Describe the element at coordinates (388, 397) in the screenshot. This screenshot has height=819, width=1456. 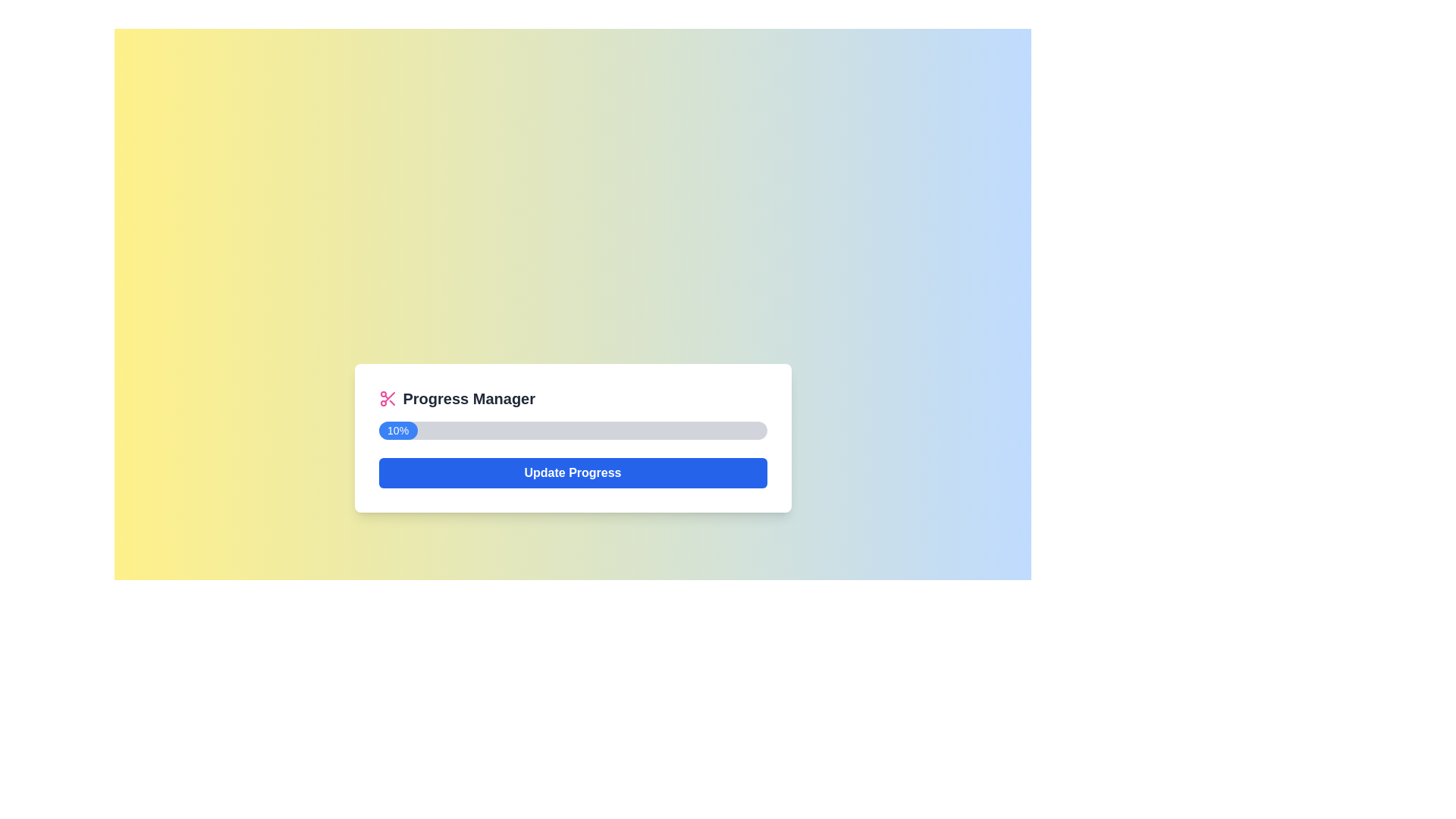
I see `the decorative icon representing the 'Progress Manager' section, which is centrally aligned with the header text` at that location.